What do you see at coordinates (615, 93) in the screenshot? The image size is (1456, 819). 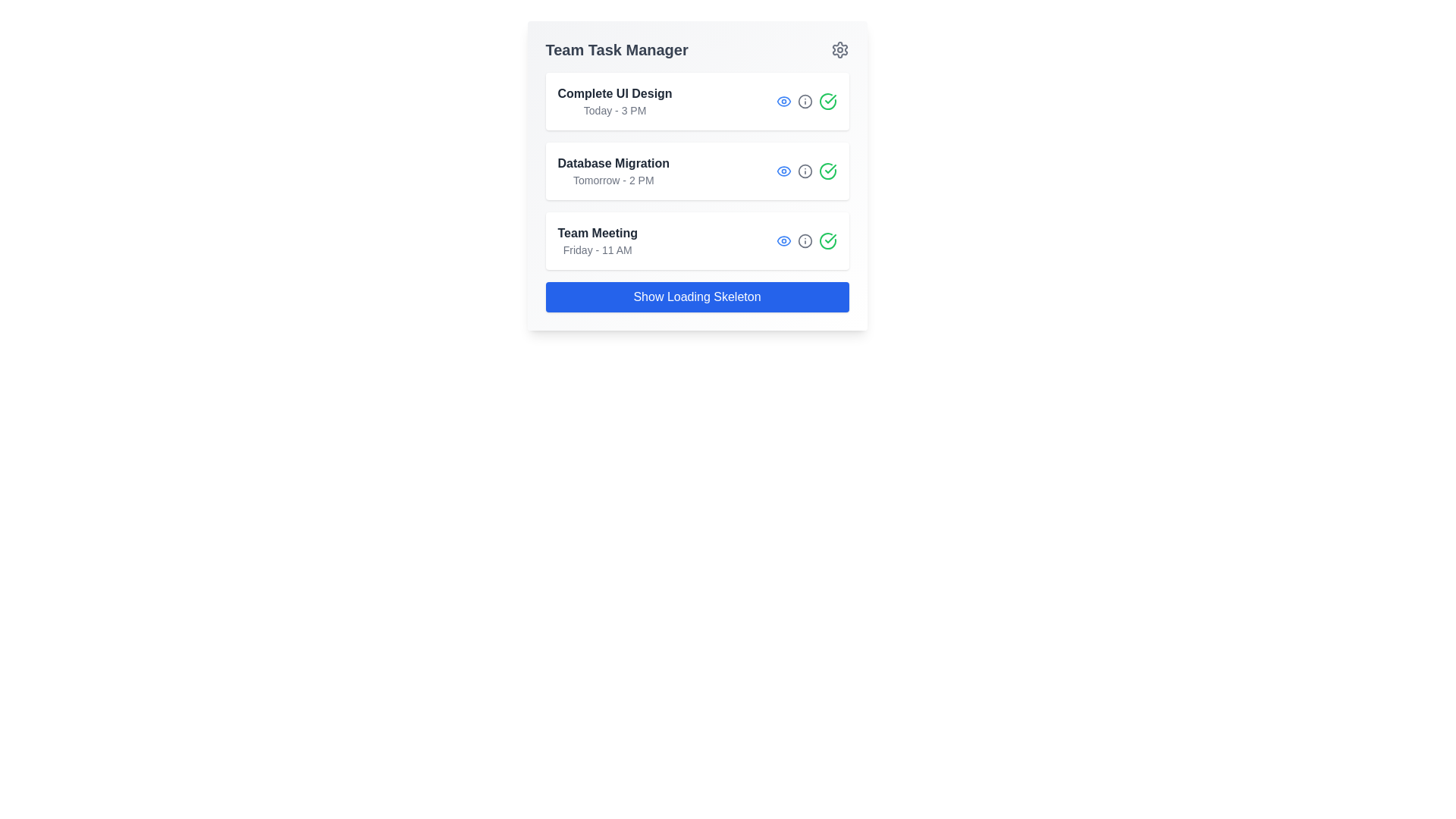 I see `the static label displaying the title of the task within the first task card in the task manager interface` at bounding box center [615, 93].